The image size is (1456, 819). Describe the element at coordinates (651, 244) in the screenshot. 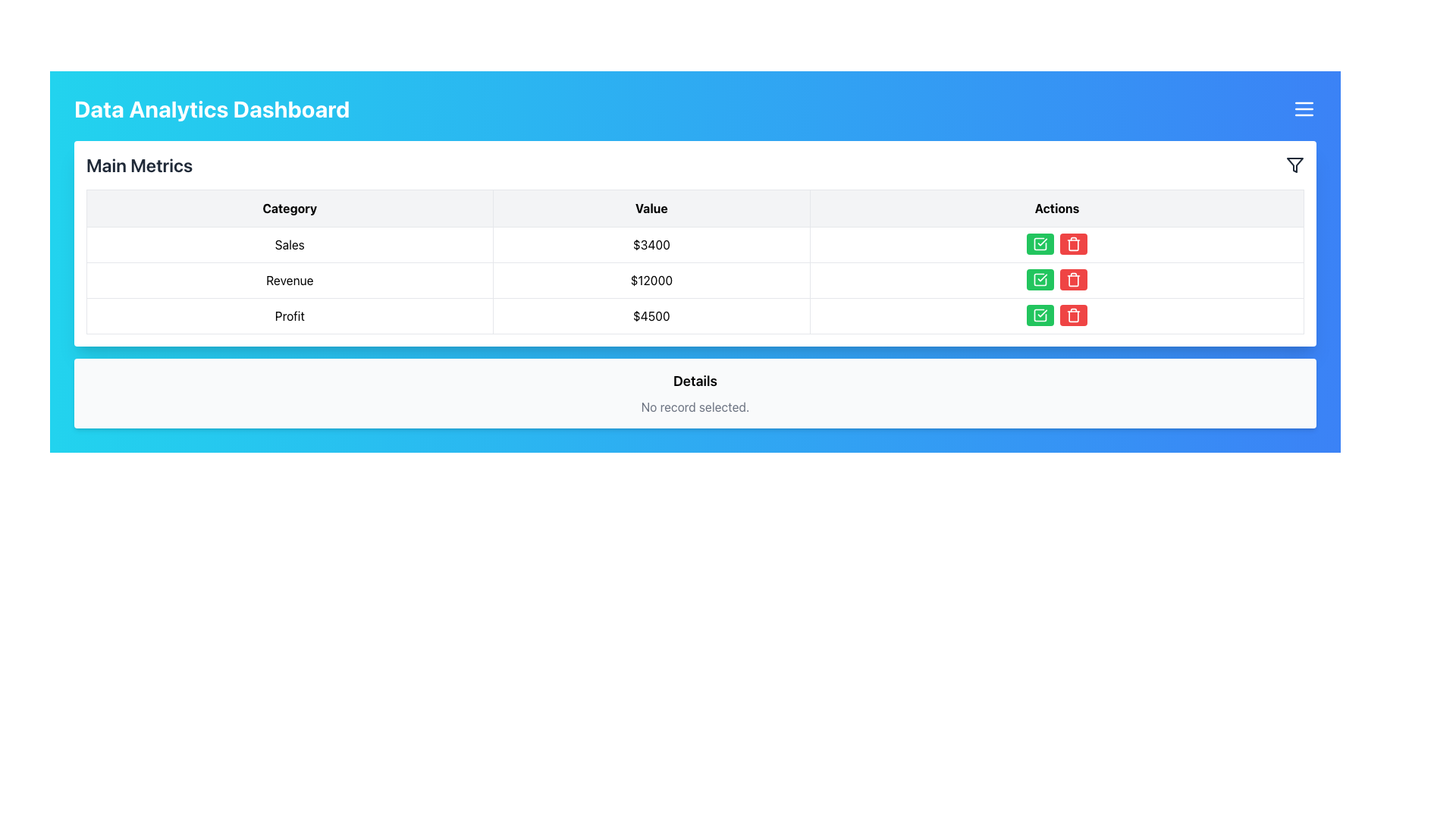

I see `the Text element displaying '$3400' located in the 'Value' column under the 'Sales' category in the table` at that location.